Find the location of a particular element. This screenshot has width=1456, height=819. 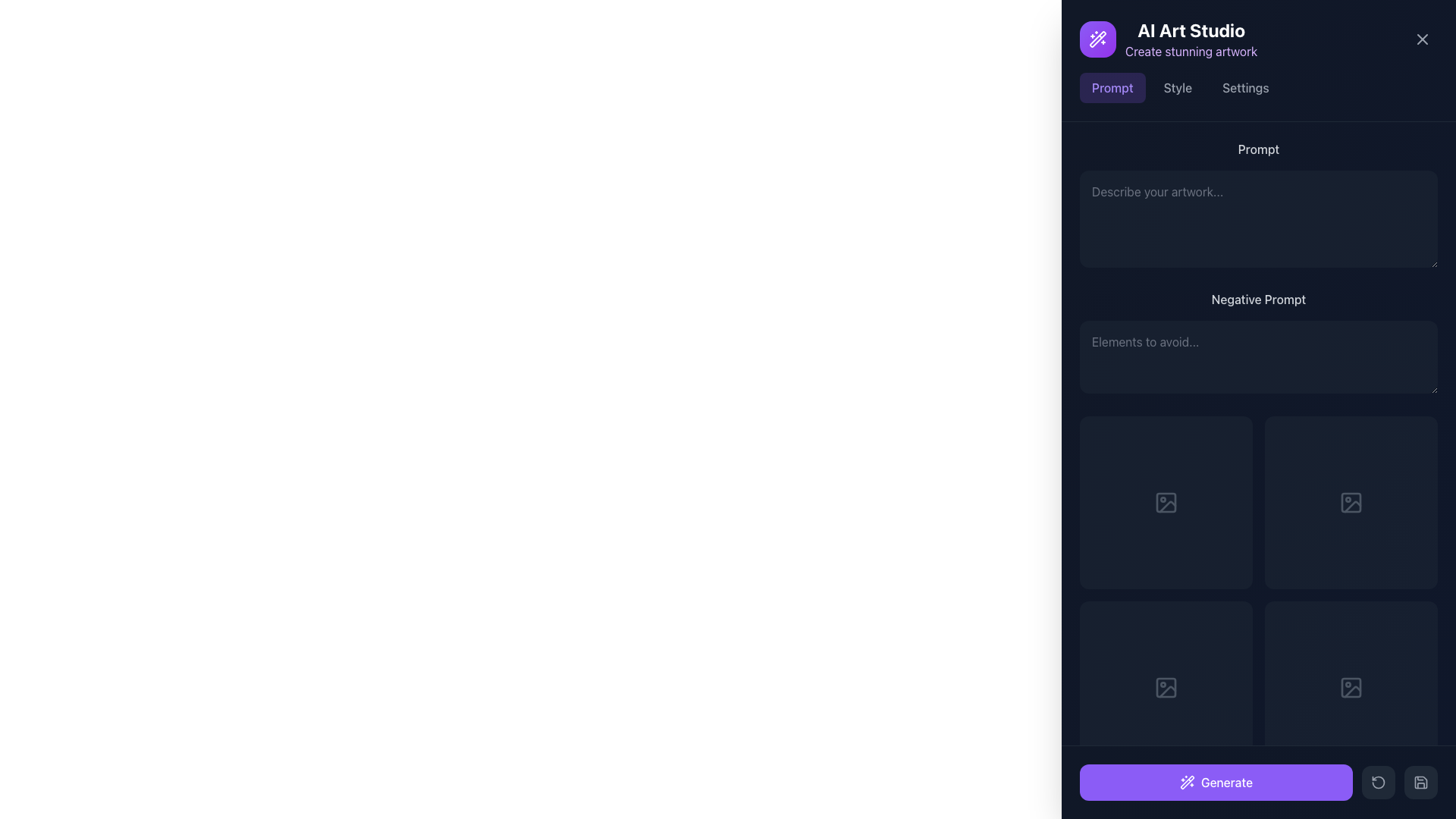

the small gray picture frame icon, which features a circular design and a mountain illustration, from its position in the bottom right corner of the grid is located at coordinates (1165, 687).